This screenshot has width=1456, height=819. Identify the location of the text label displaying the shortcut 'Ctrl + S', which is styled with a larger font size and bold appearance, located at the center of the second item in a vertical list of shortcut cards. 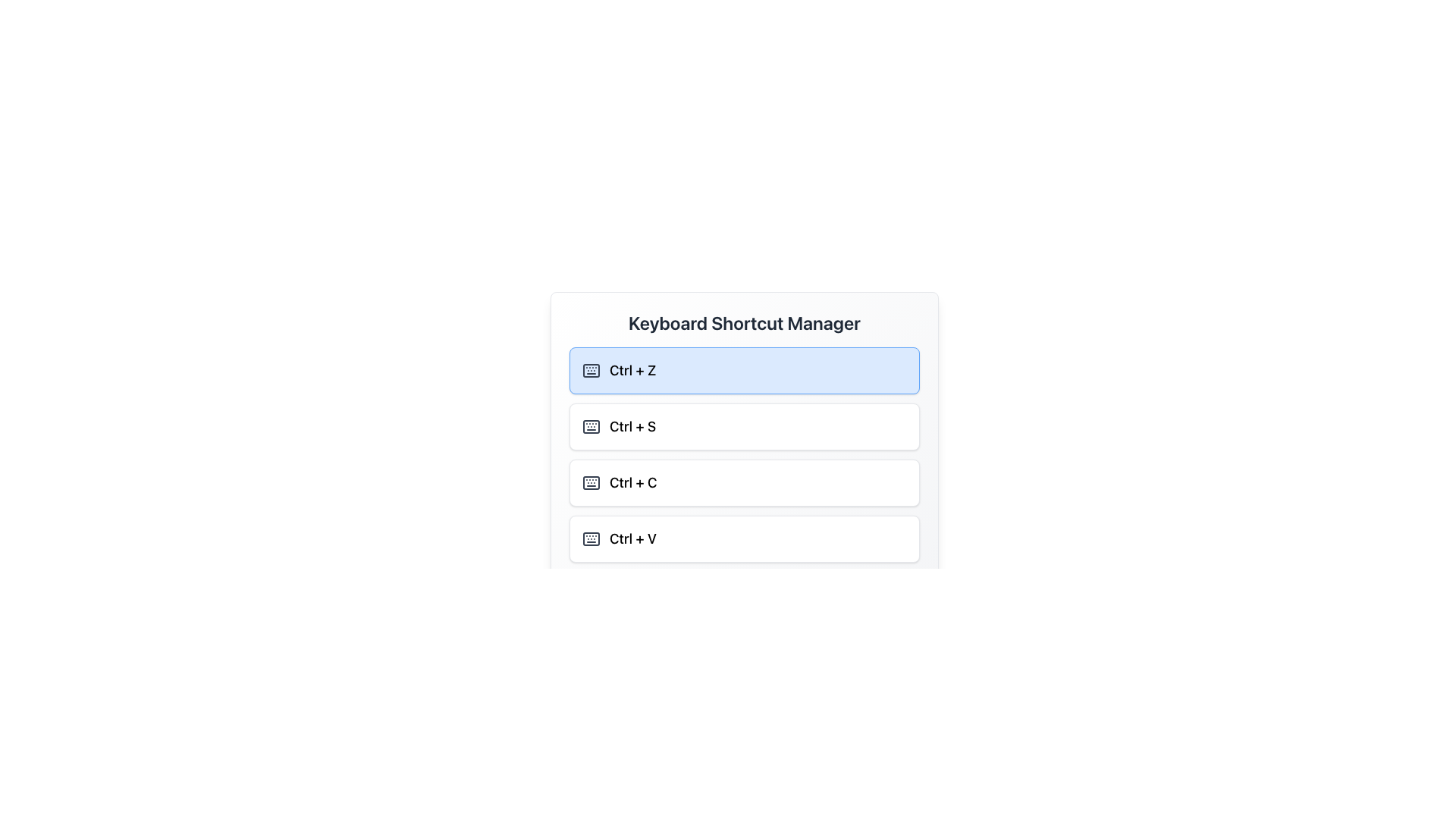
(632, 427).